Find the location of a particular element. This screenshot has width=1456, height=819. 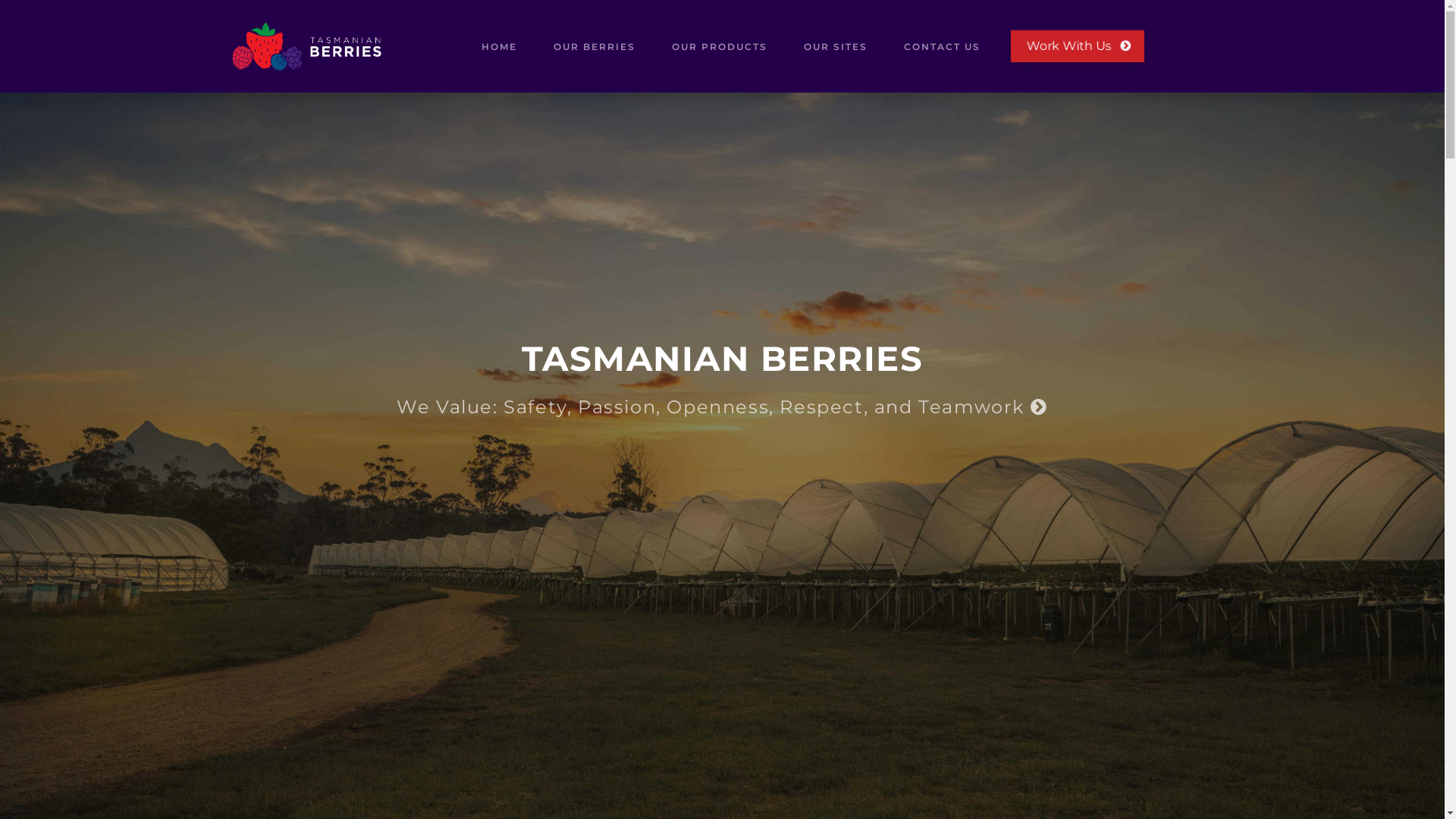

'CONTACT US' is located at coordinates (941, 45).